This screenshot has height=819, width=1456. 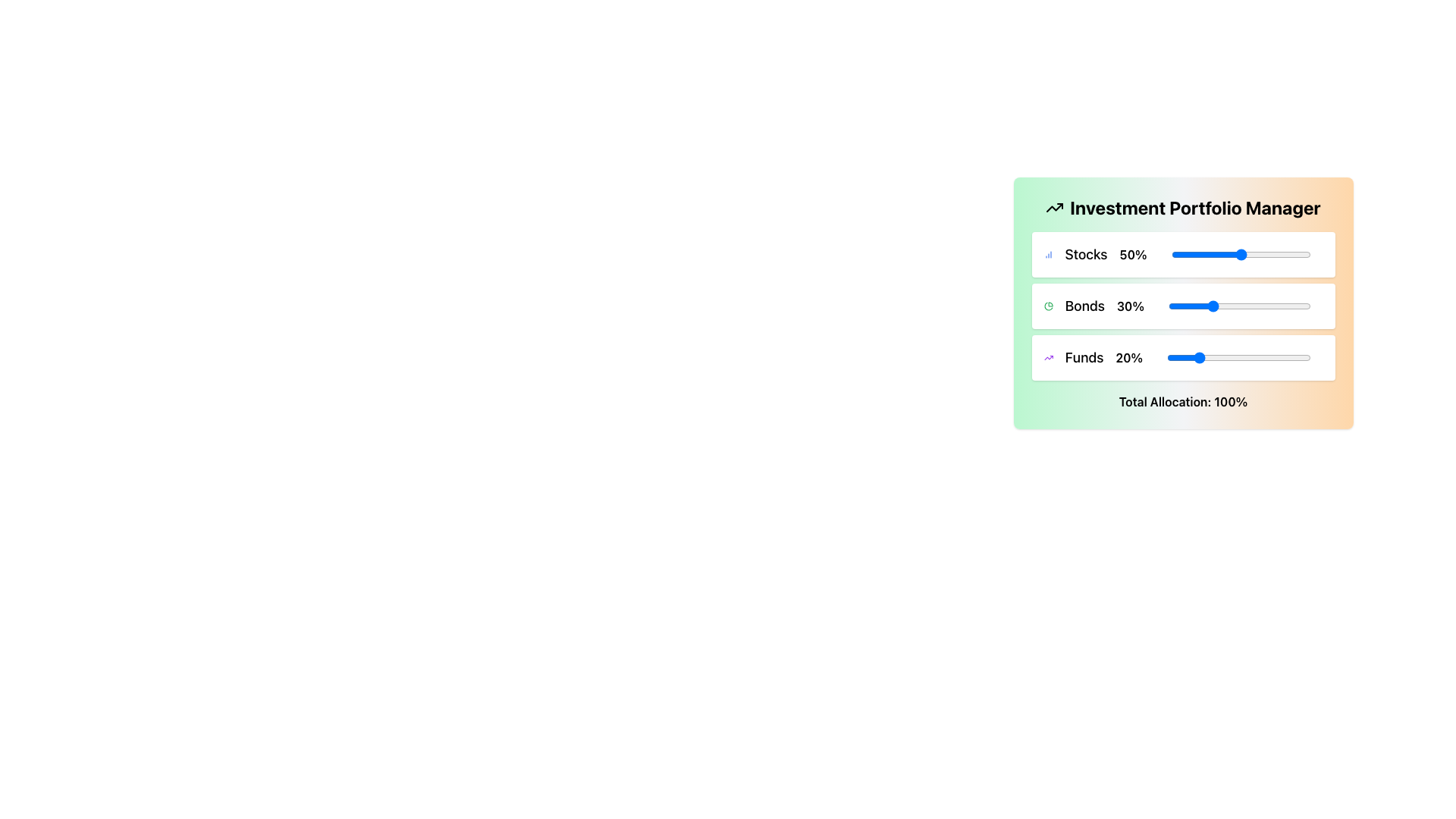 What do you see at coordinates (1084, 357) in the screenshot?
I see `the 'Funds' text label in the investment portfolio manager, which is located in the third row of the allocation list, centrally to the left of the percentage value '20%' and below the 'Bonds' section` at bounding box center [1084, 357].